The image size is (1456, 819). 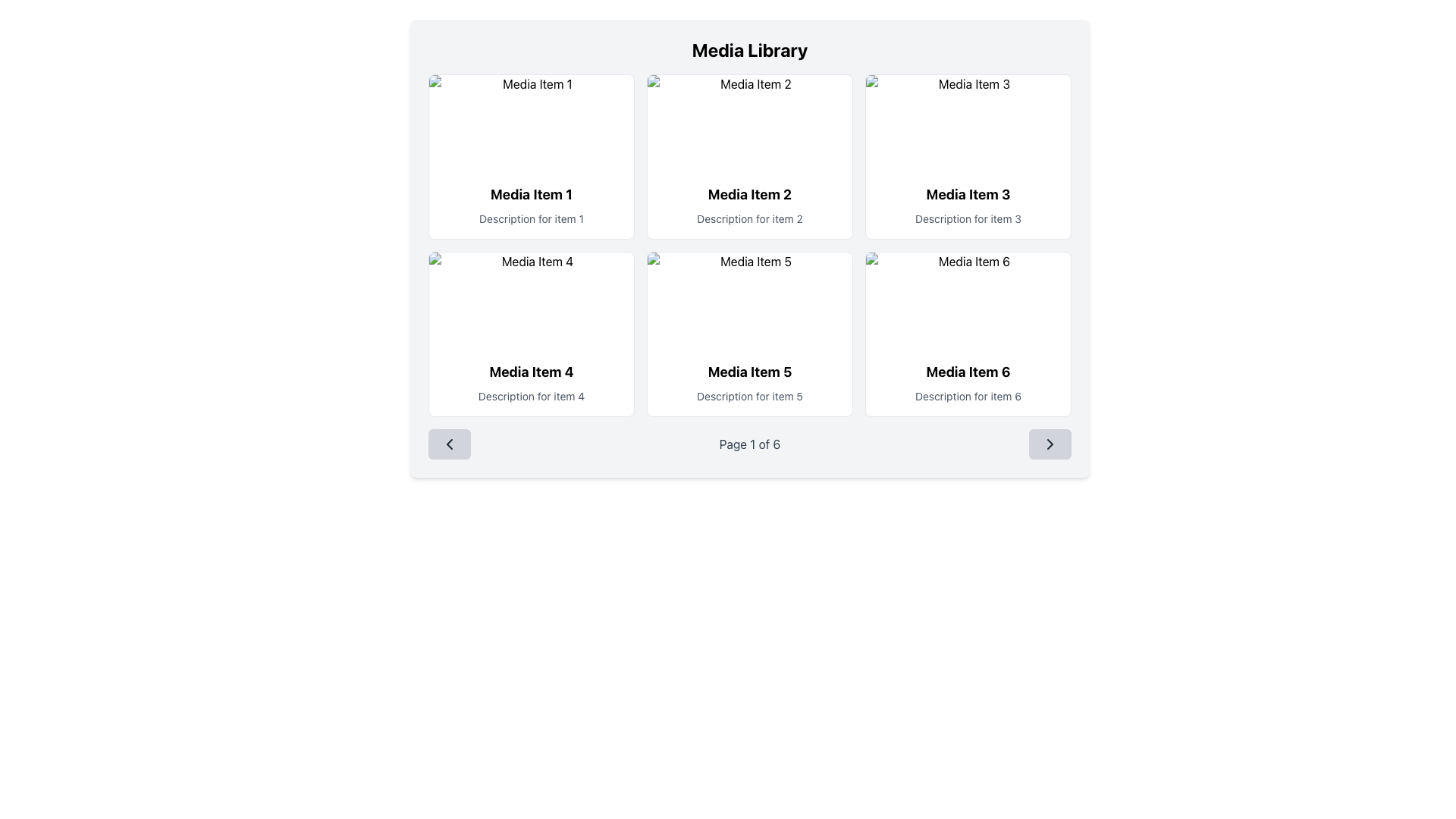 What do you see at coordinates (531, 396) in the screenshot?
I see `the text label that reads 'Description for item 4', which is styled in a small gray font and located below the title 'Media Item 4' in a white card within the 'Media Library' section` at bounding box center [531, 396].